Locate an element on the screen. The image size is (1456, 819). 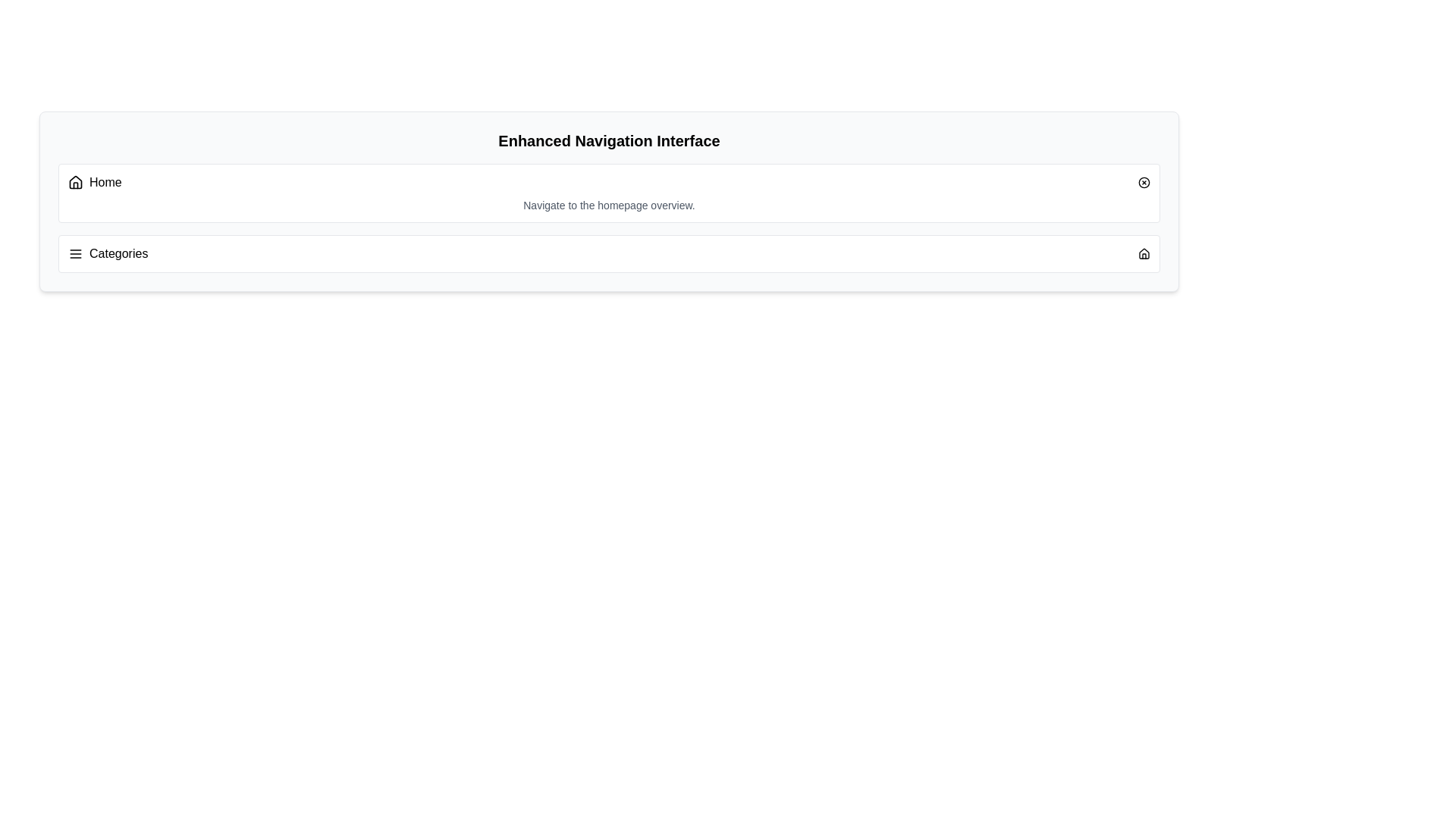
the menu icon, which consists of three horizontally aligned black lines, located immediately to the left of the text 'Categories' in the navigation pane is located at coordinates (75, 253).